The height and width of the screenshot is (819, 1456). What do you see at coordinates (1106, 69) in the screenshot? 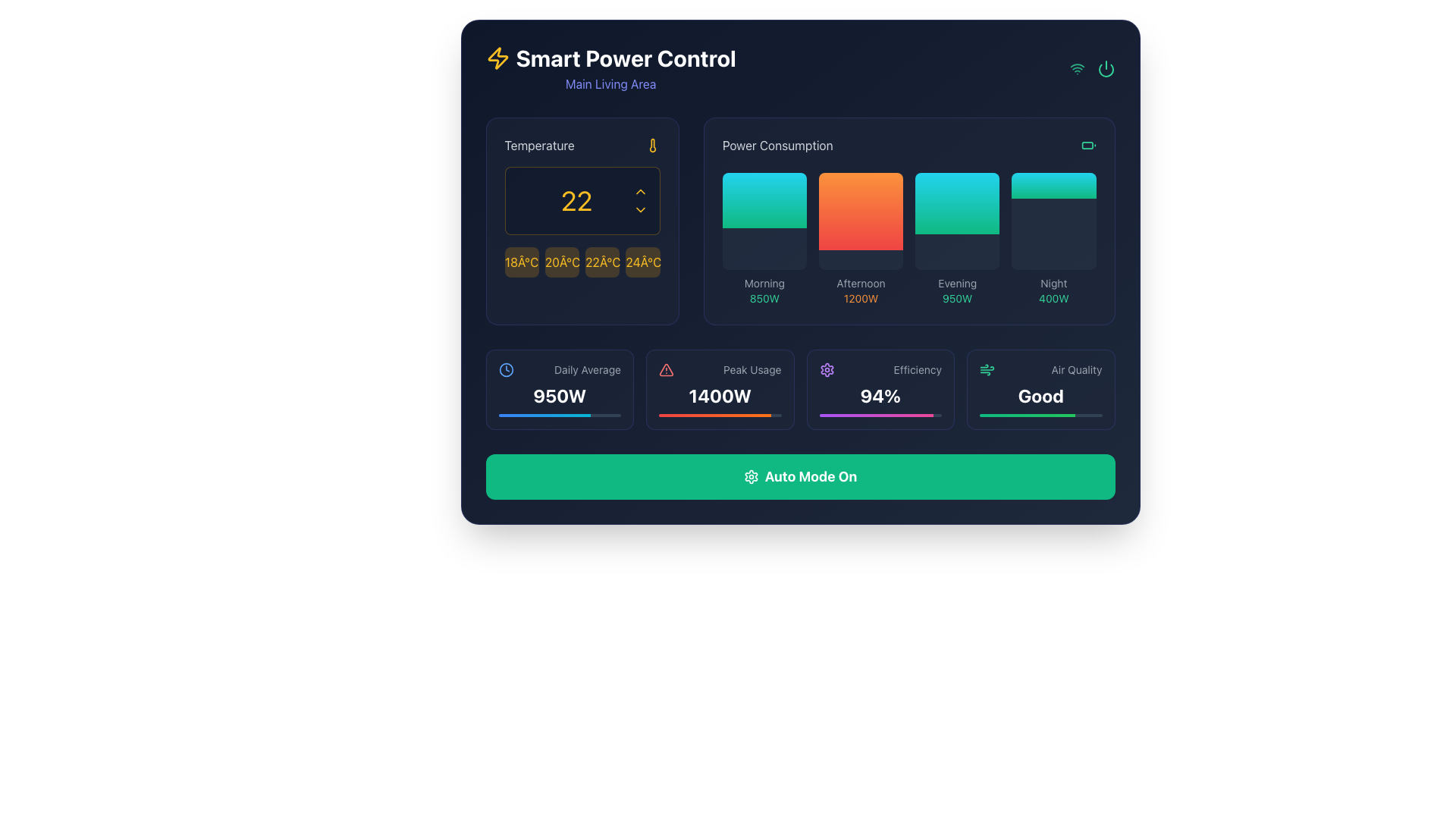
I see `the power/toggle Icon button located as the second icon from the right in the upper-right corner of the interface` at bounding box center [1106, 69].